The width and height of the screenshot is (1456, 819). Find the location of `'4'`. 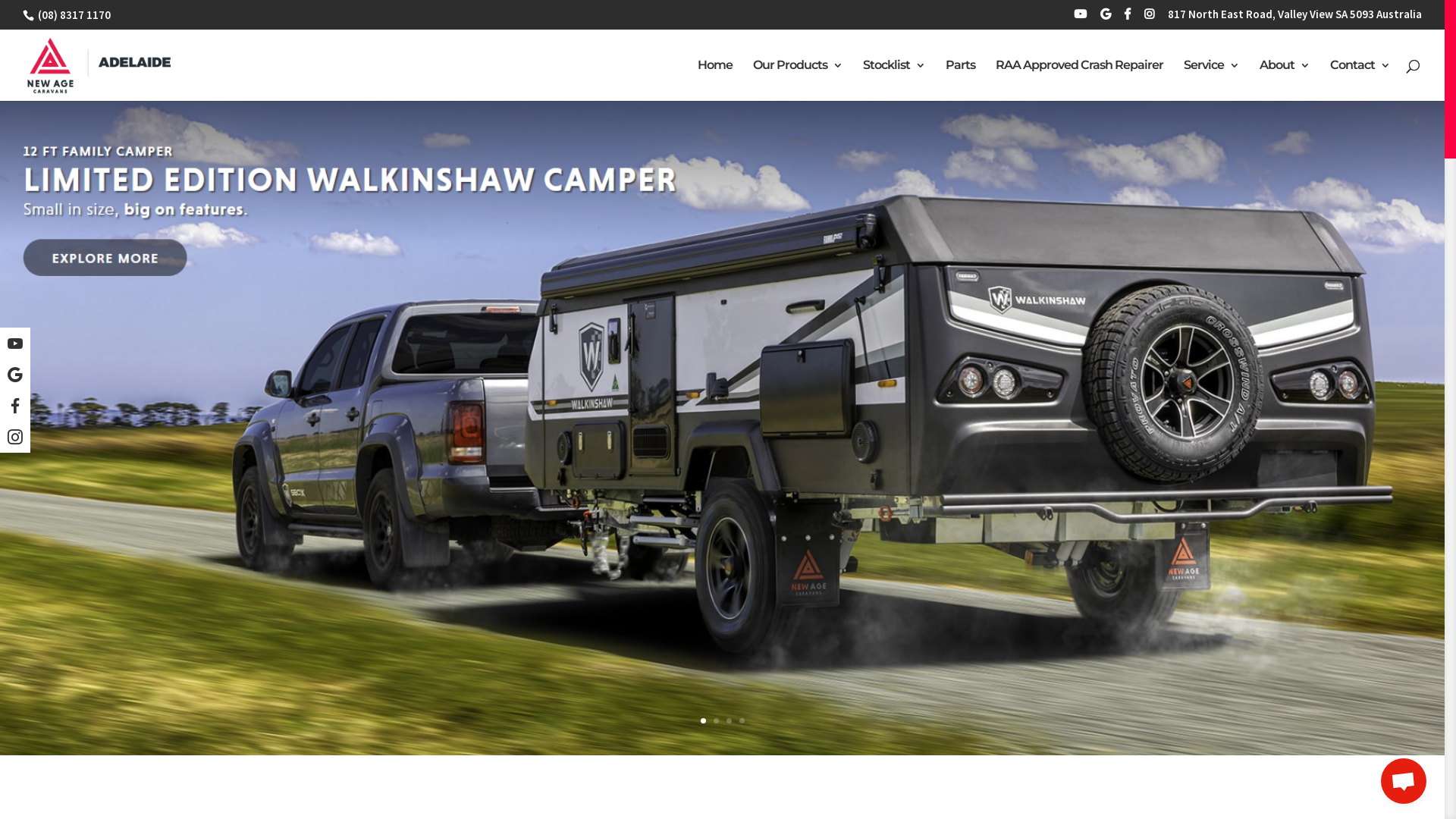

'4' is located at coordinates (739, 720).